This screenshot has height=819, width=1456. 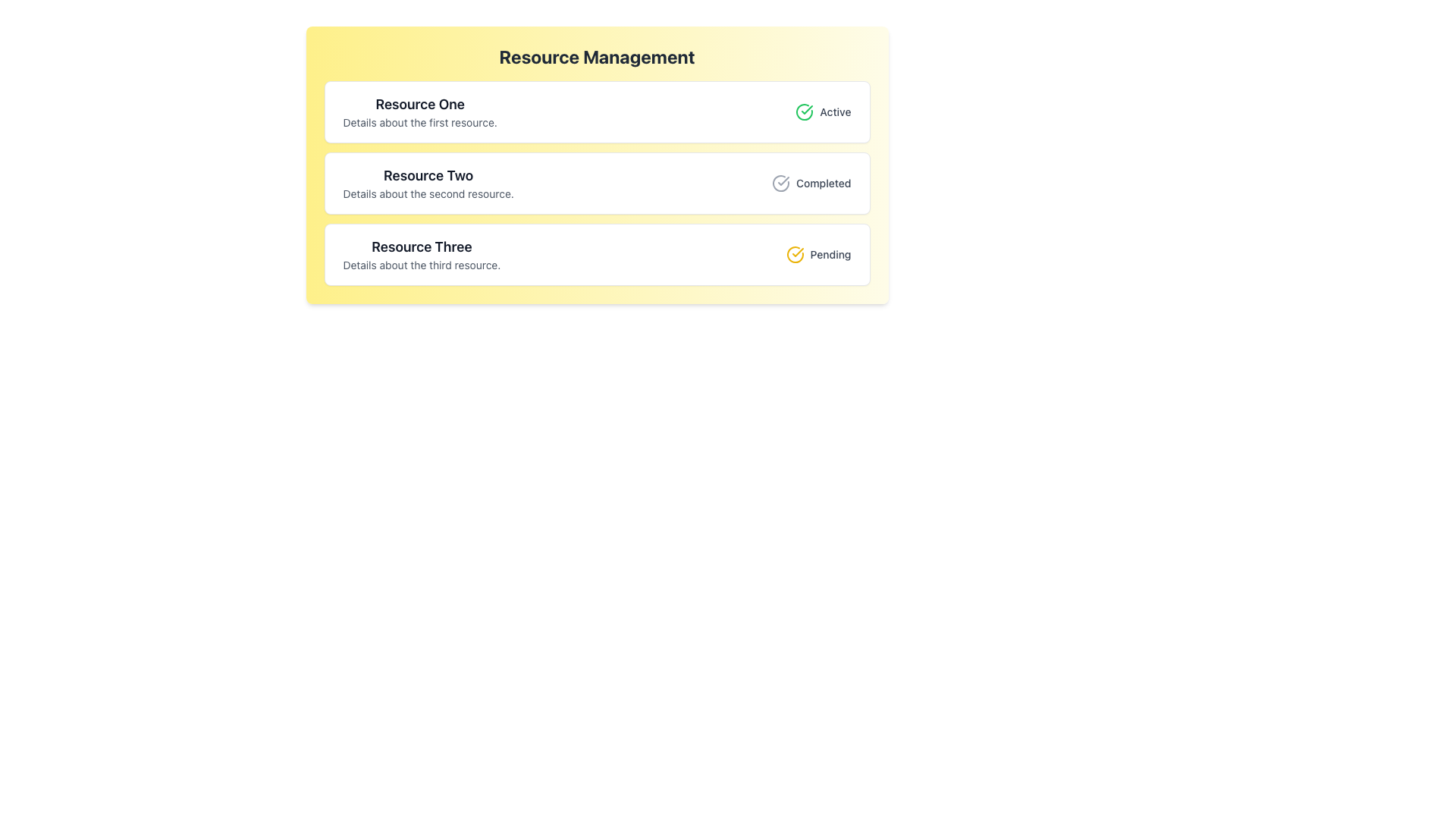 I want to click on the small circular arc styled with yellow color, which is part of the icon located to the right of the 'Pending' label in the bottom row of three sections, so click(x=794, y=253).